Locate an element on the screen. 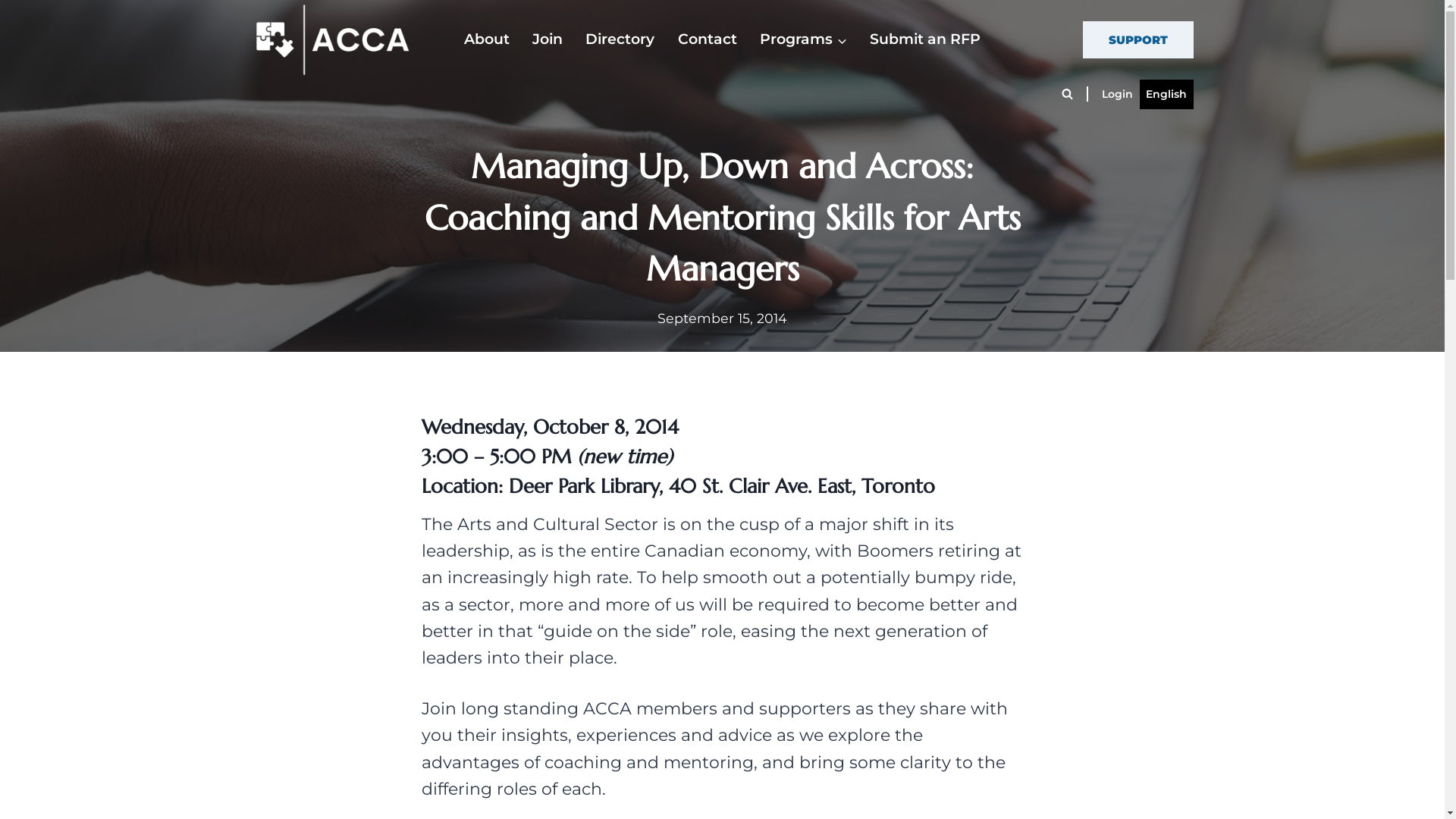 This screenshot has height=819, width=1456. 'About' is located at coordinates (486, 39).